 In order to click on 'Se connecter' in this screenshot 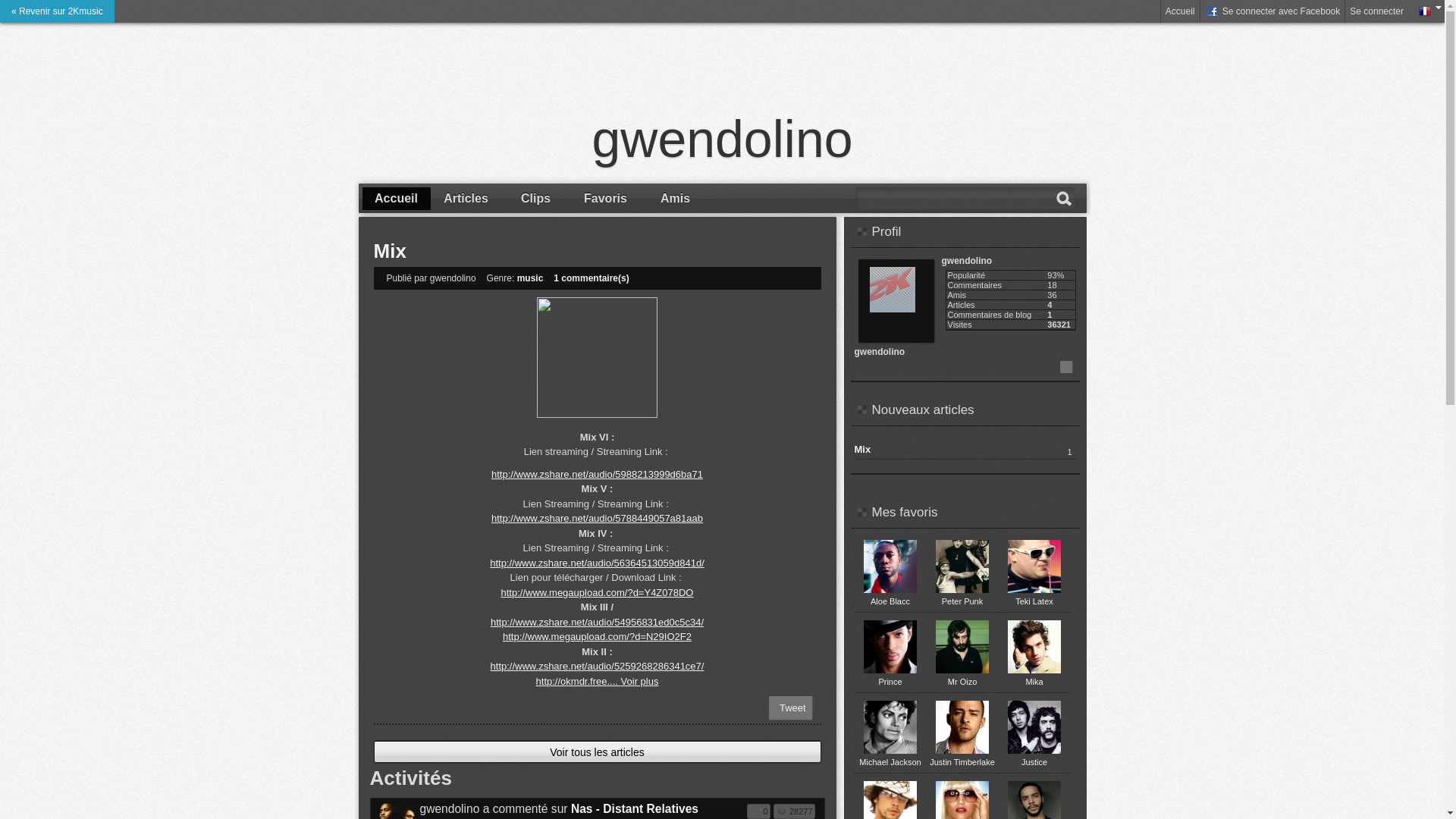, I will do `click(1376, 11)`.